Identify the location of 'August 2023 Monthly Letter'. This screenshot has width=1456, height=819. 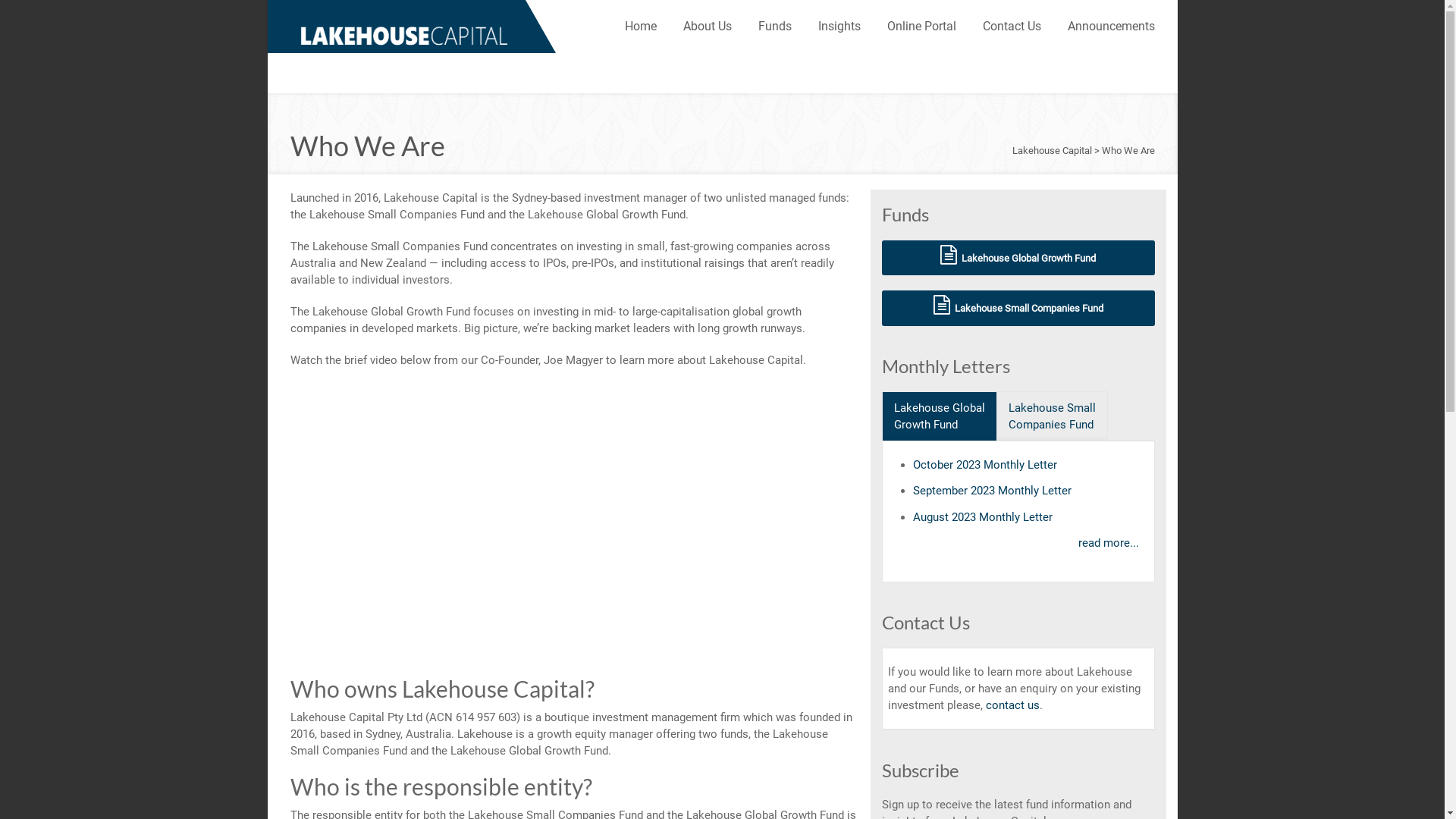
(983, 516).